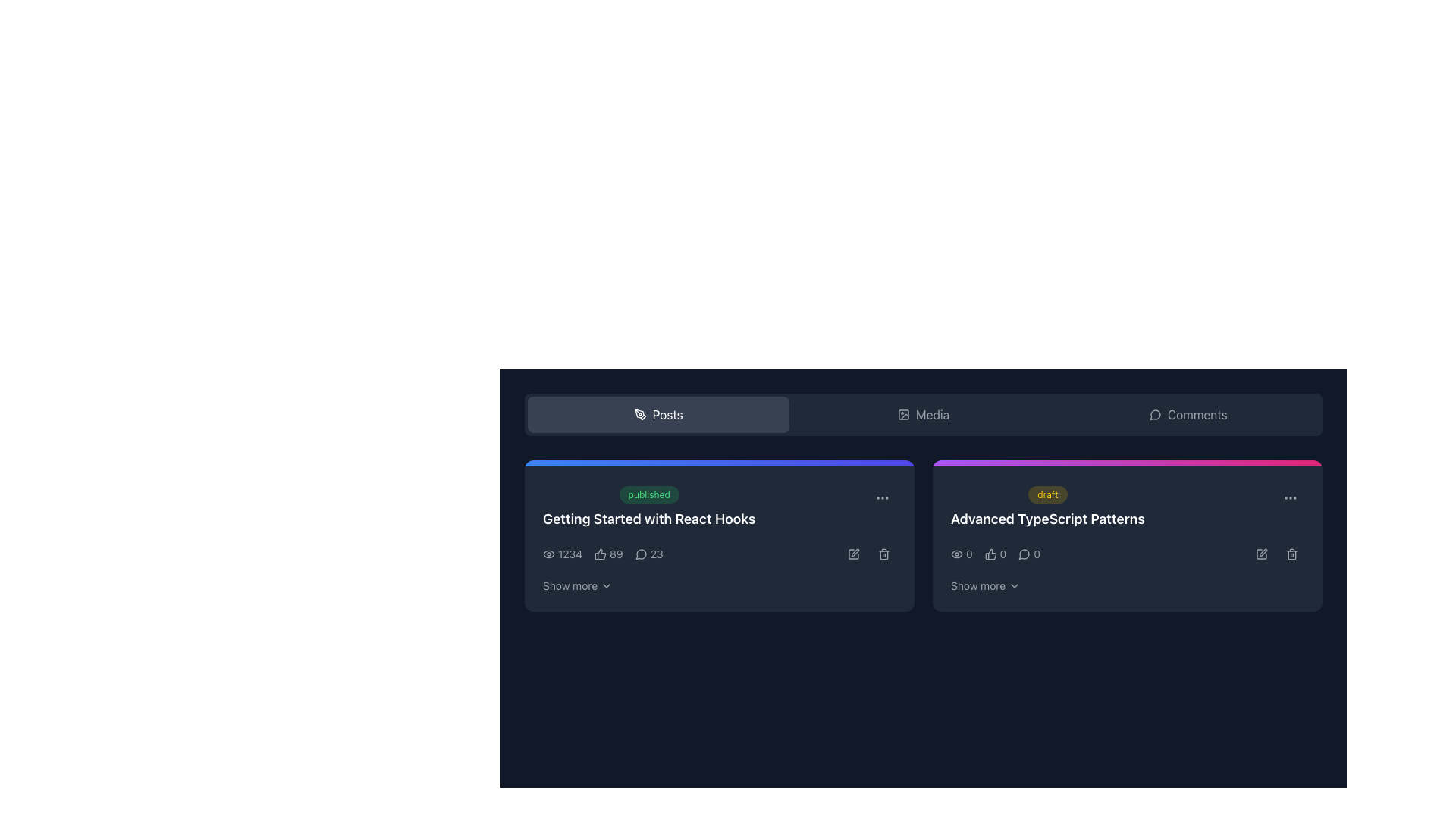  What do you see at coordinates (968, 554) in the screenshot?
I see `text label displaying the number '0', which is part of a views count component located near an eye icon` at bounding box center [968, 554].